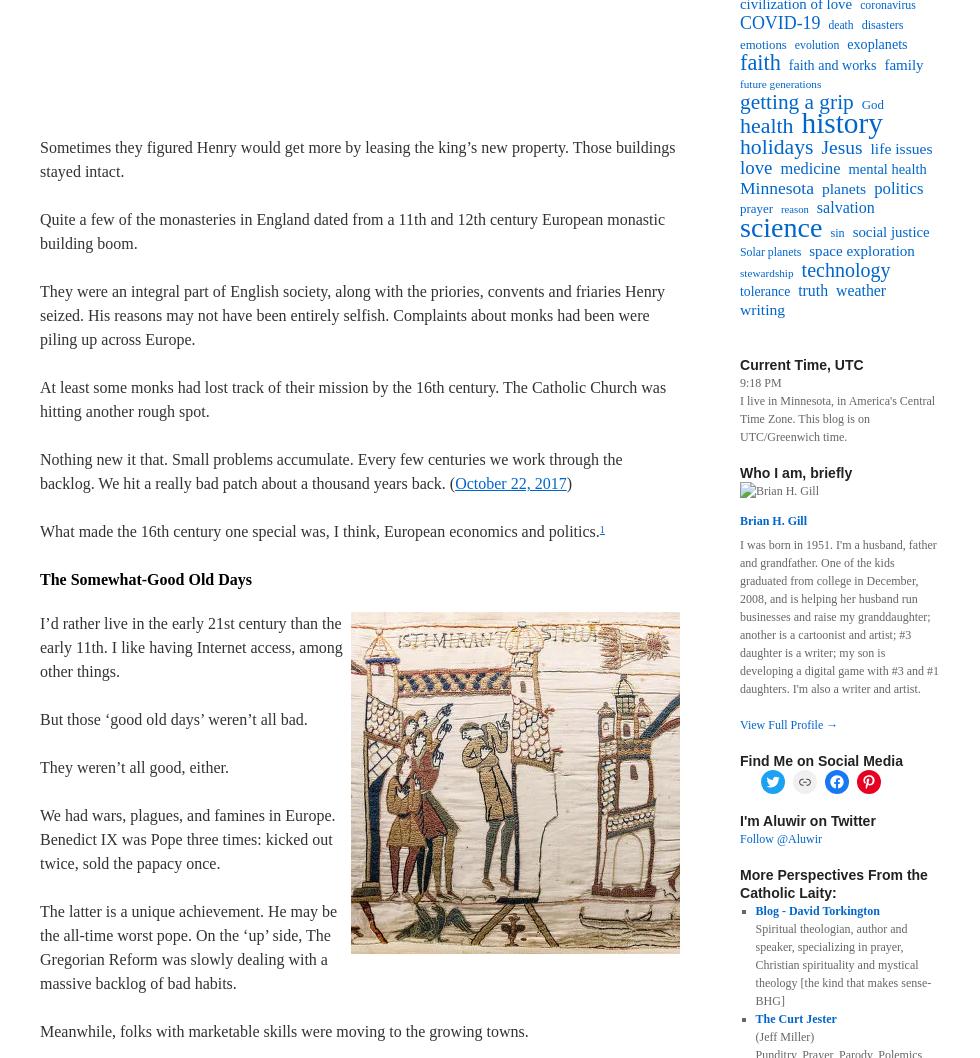  Describe the element at coordinates (39, 470) in the screenshot. I see `'Nothing new it that. Small problems accumulate. Every few centuries we work through the backlog. We hit a really bad patch about a thousand years back. ('` at that location.